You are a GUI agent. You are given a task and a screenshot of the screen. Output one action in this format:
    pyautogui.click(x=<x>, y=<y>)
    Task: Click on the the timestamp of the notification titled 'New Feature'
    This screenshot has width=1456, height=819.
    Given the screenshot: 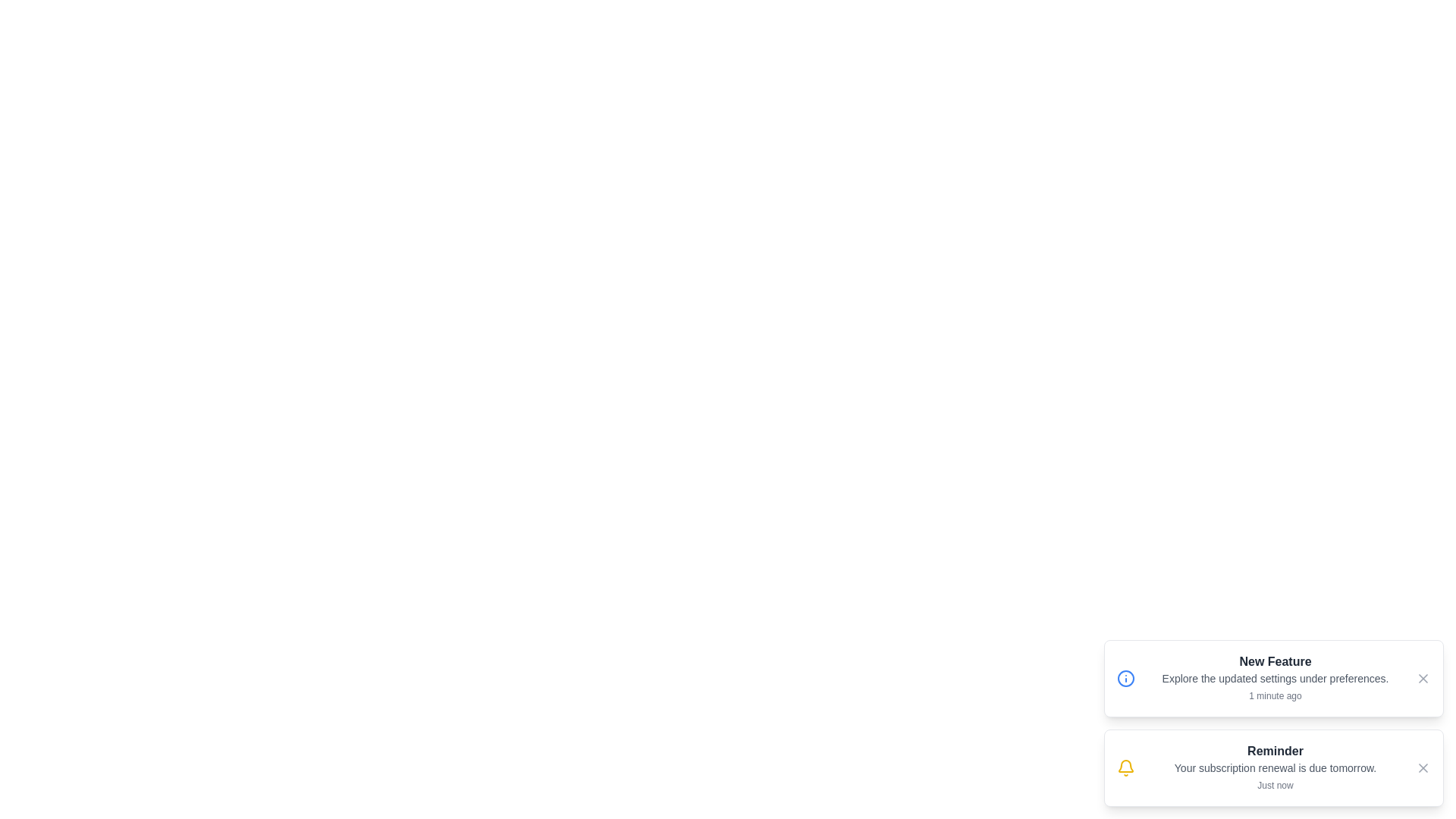 What is the action you would take?
    pyautogui.click(x=1274, y=696)
    